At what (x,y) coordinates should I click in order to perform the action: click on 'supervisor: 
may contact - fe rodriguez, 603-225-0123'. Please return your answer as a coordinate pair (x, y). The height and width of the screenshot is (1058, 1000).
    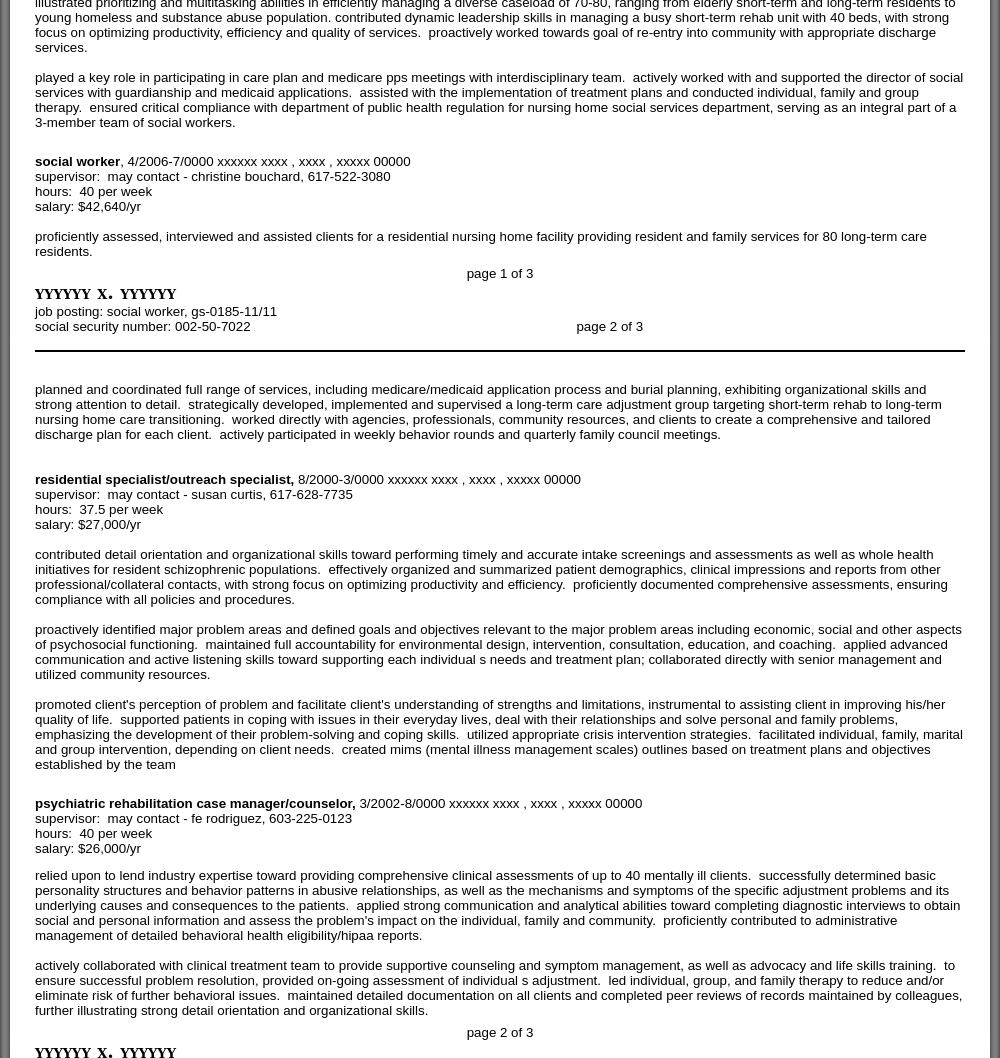
    Looking at the image, I should click on (192, 816).